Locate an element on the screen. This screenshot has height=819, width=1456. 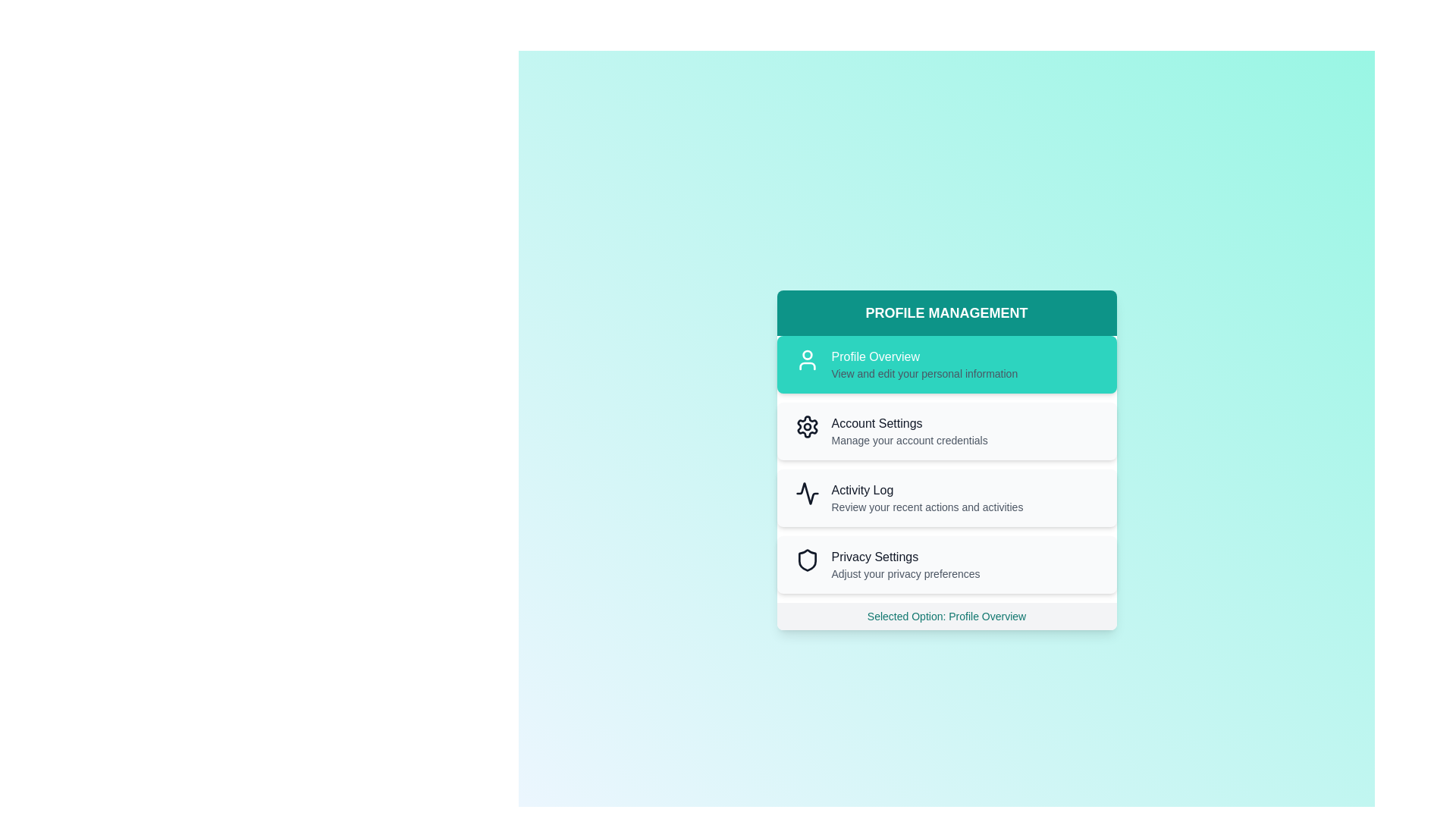
the button corresponding to Activity Log is located at coordinates (946, 497).